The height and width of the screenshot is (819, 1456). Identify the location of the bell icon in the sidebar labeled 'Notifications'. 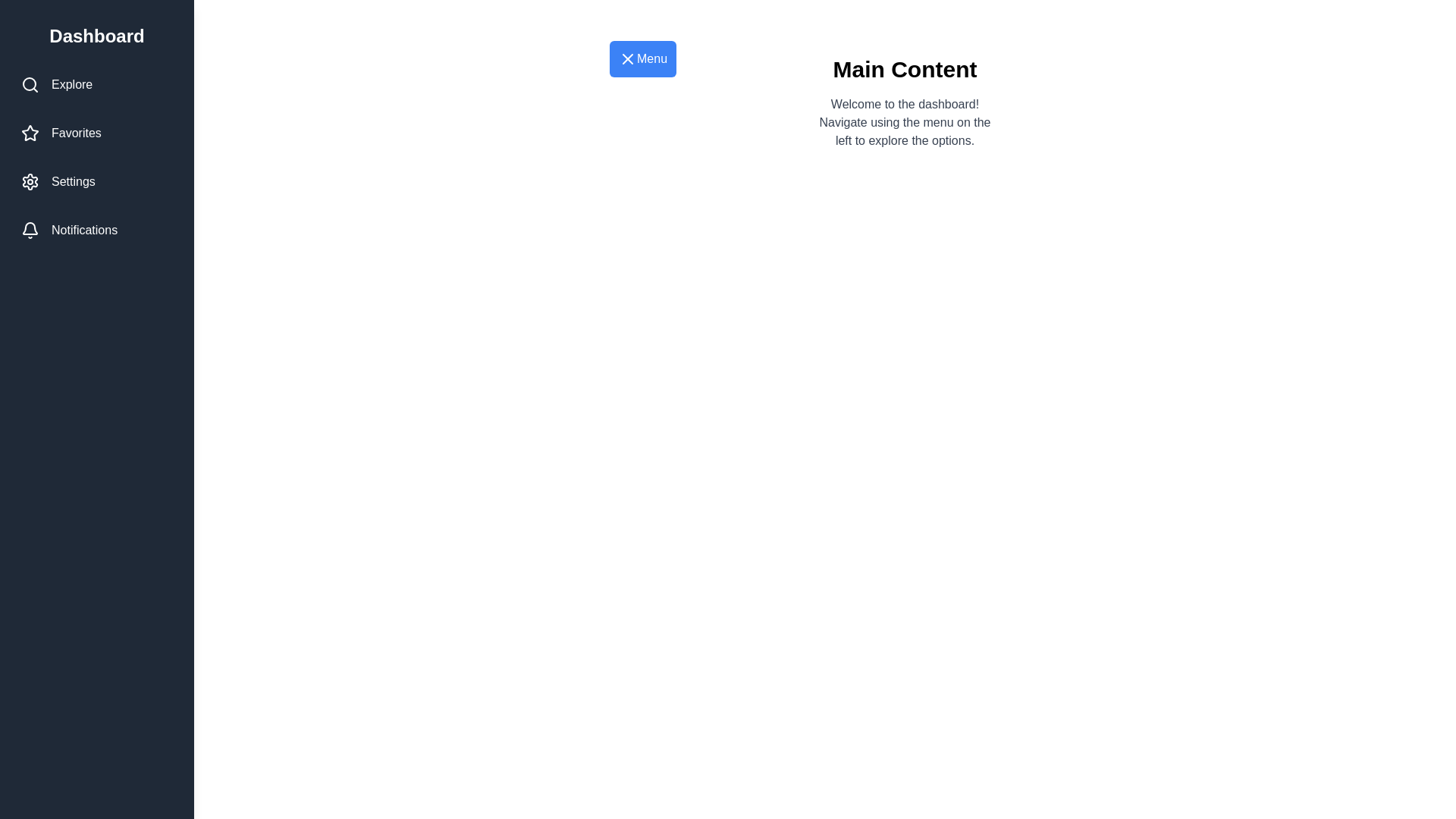
(30, 231).